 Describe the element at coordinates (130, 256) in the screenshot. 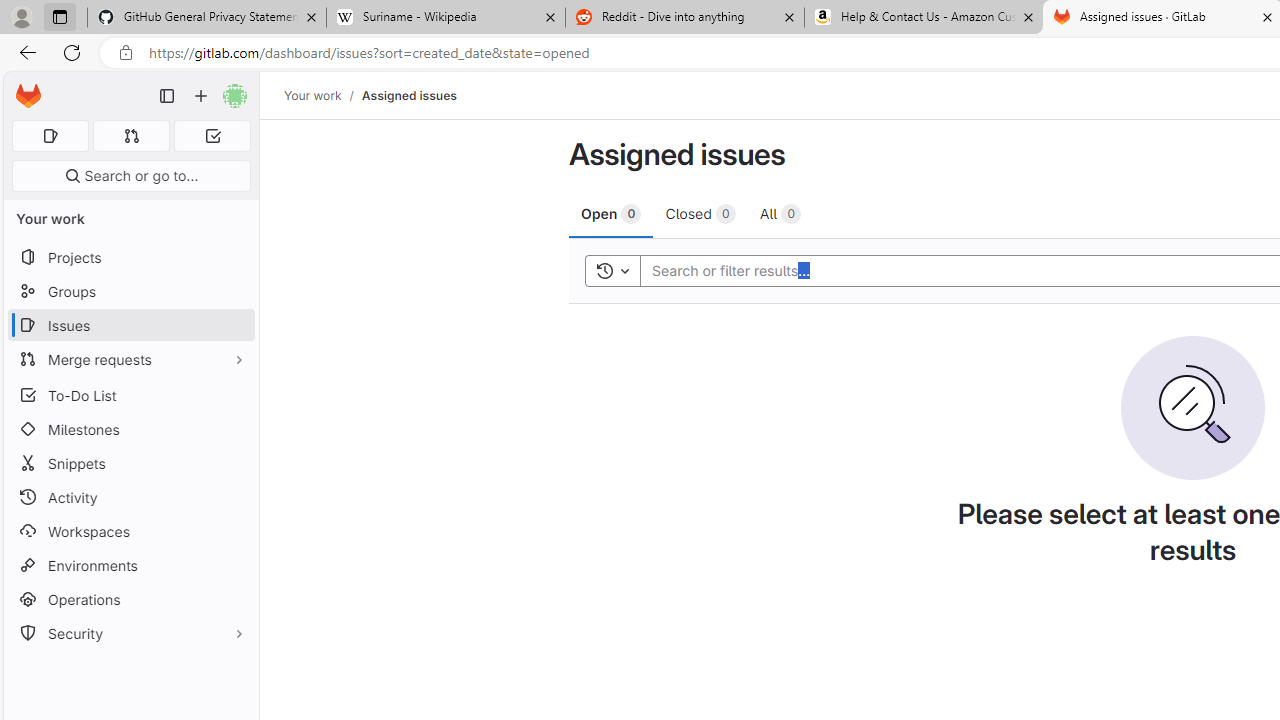

I see `'Projects'` at that location.